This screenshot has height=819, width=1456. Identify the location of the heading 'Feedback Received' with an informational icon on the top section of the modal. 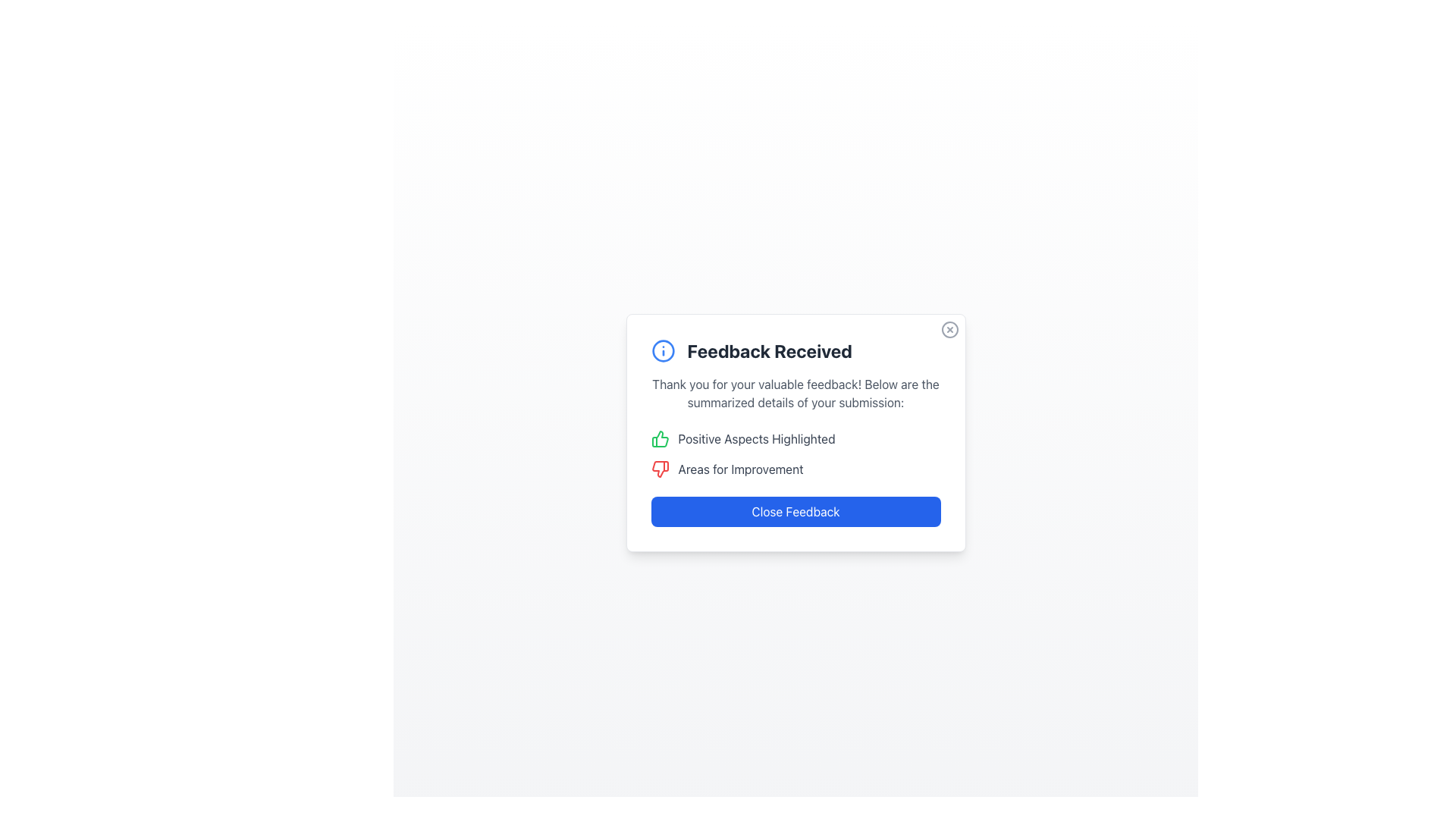
(795, 350).